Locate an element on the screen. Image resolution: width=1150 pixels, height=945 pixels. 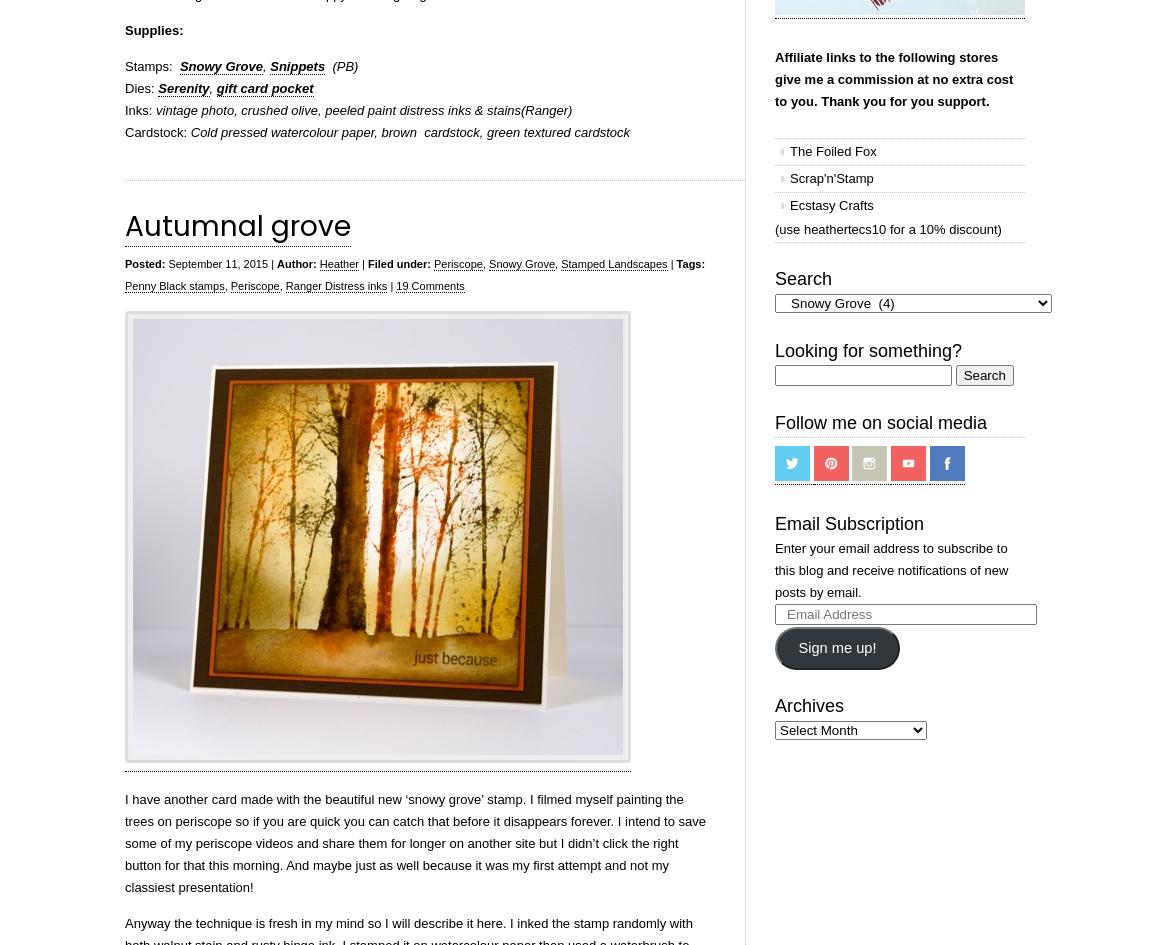
'vintage photo, crushed olive, peeled paint distress inks & stains(Ranger)' is located at coordinates (155, 109).